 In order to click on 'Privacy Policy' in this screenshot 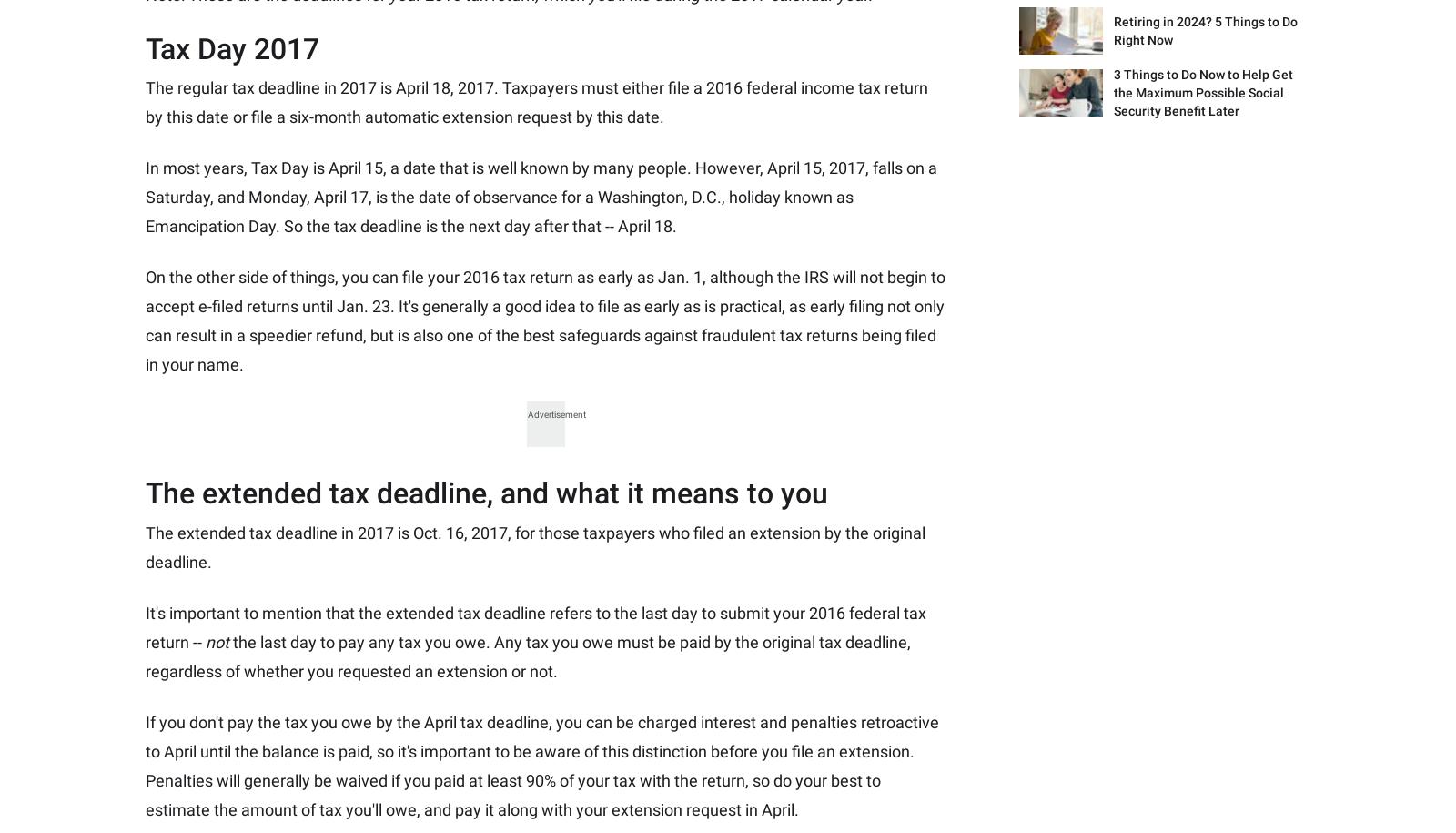, I will do `click(306, 468)`.